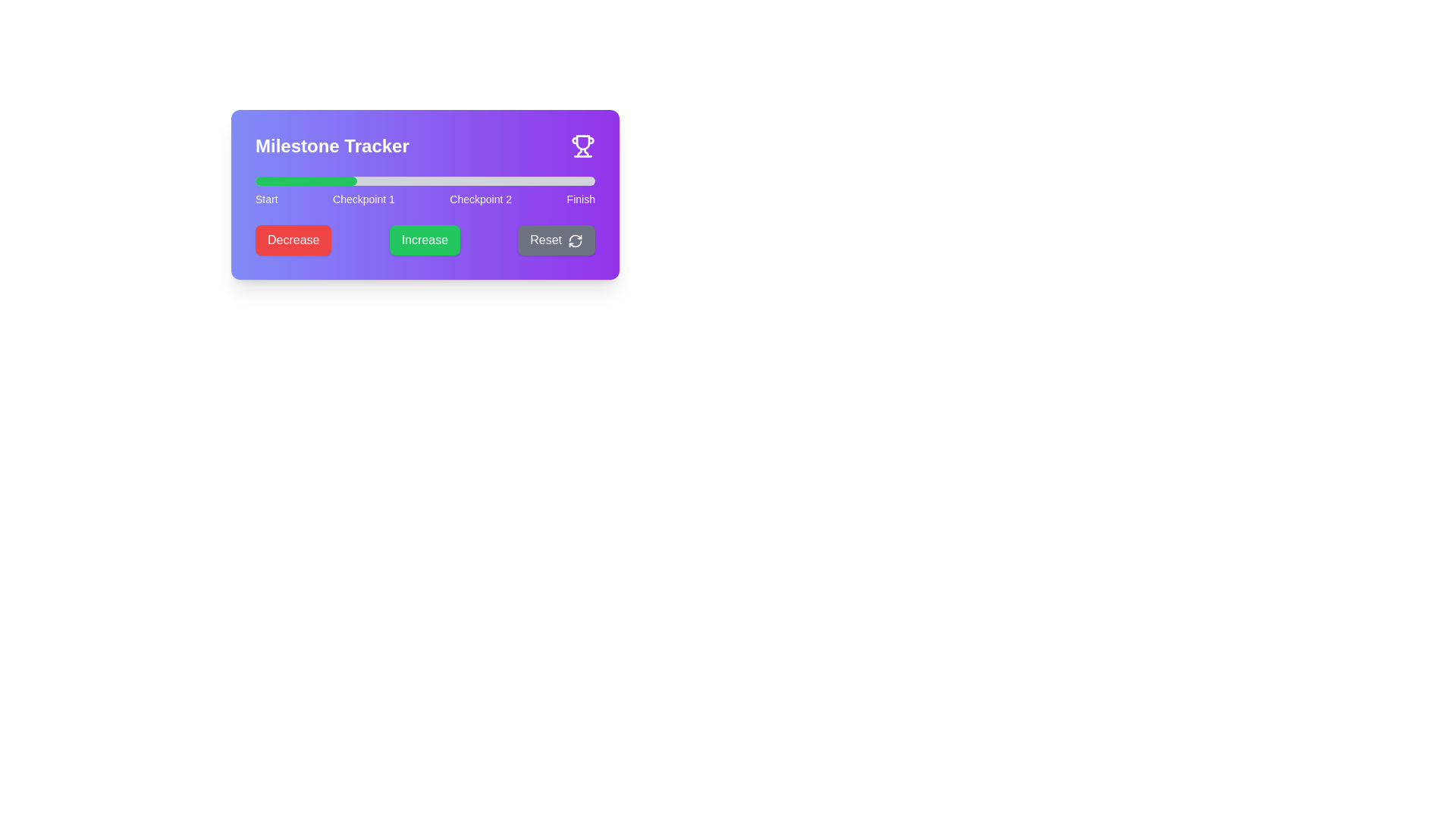 The width and height of the screenshot is (1456, 819). I want to click on the reset icon located to the right of the green 'Increase' button, so click(574, 239).